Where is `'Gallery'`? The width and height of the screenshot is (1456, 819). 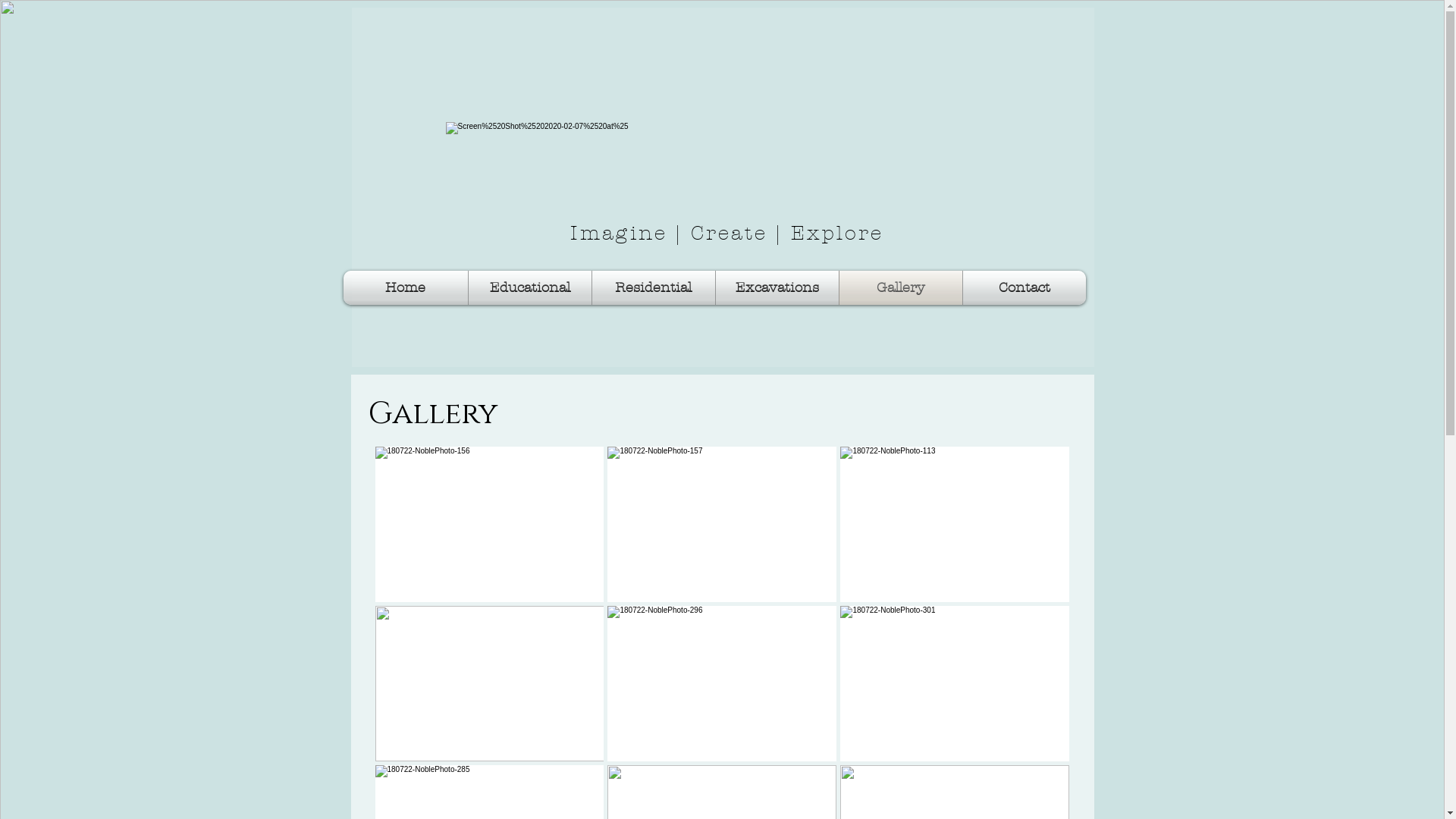 'Gallery' is located at coordinates (899, 287).